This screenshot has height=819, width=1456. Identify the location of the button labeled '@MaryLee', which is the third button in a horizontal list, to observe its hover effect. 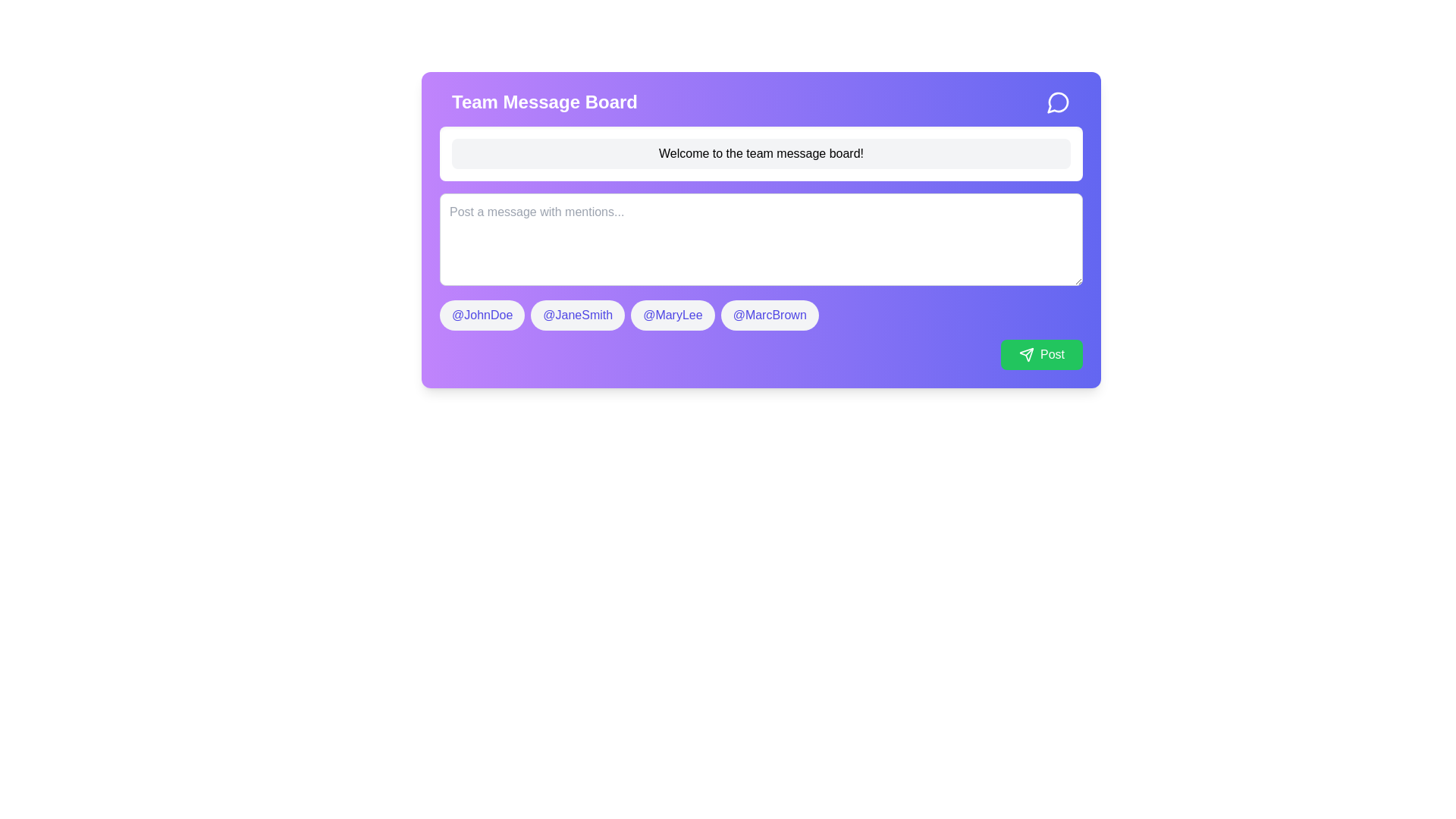
(672, 315).